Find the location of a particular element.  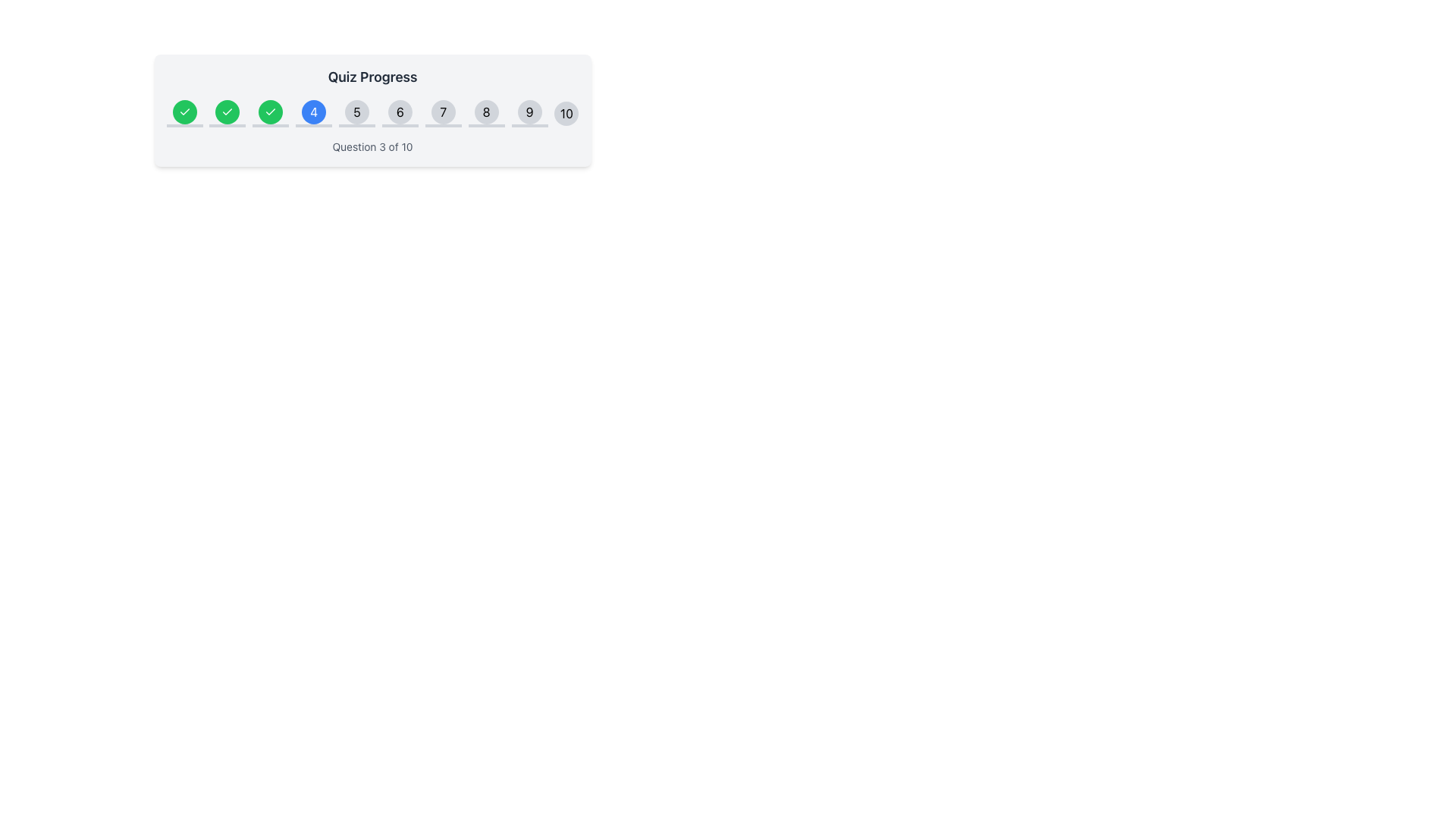

the non-interactive visual cue representing the ninth step in the progress tracker for a quiz is located at coordinates (529, 113).